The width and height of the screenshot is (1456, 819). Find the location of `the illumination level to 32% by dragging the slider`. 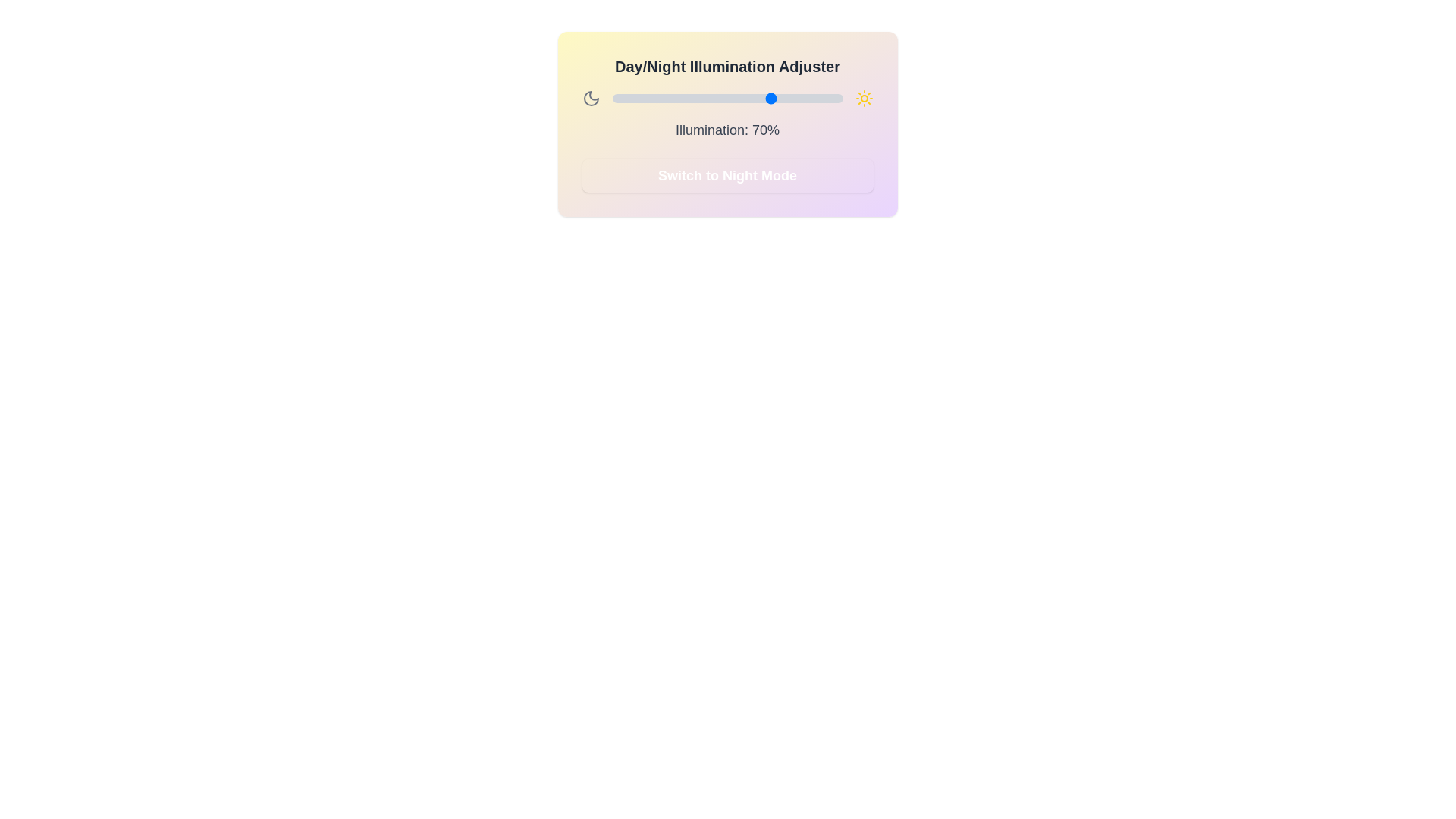

the illumination level to 32% by dragging the slider is located at coordinates (685, 99).